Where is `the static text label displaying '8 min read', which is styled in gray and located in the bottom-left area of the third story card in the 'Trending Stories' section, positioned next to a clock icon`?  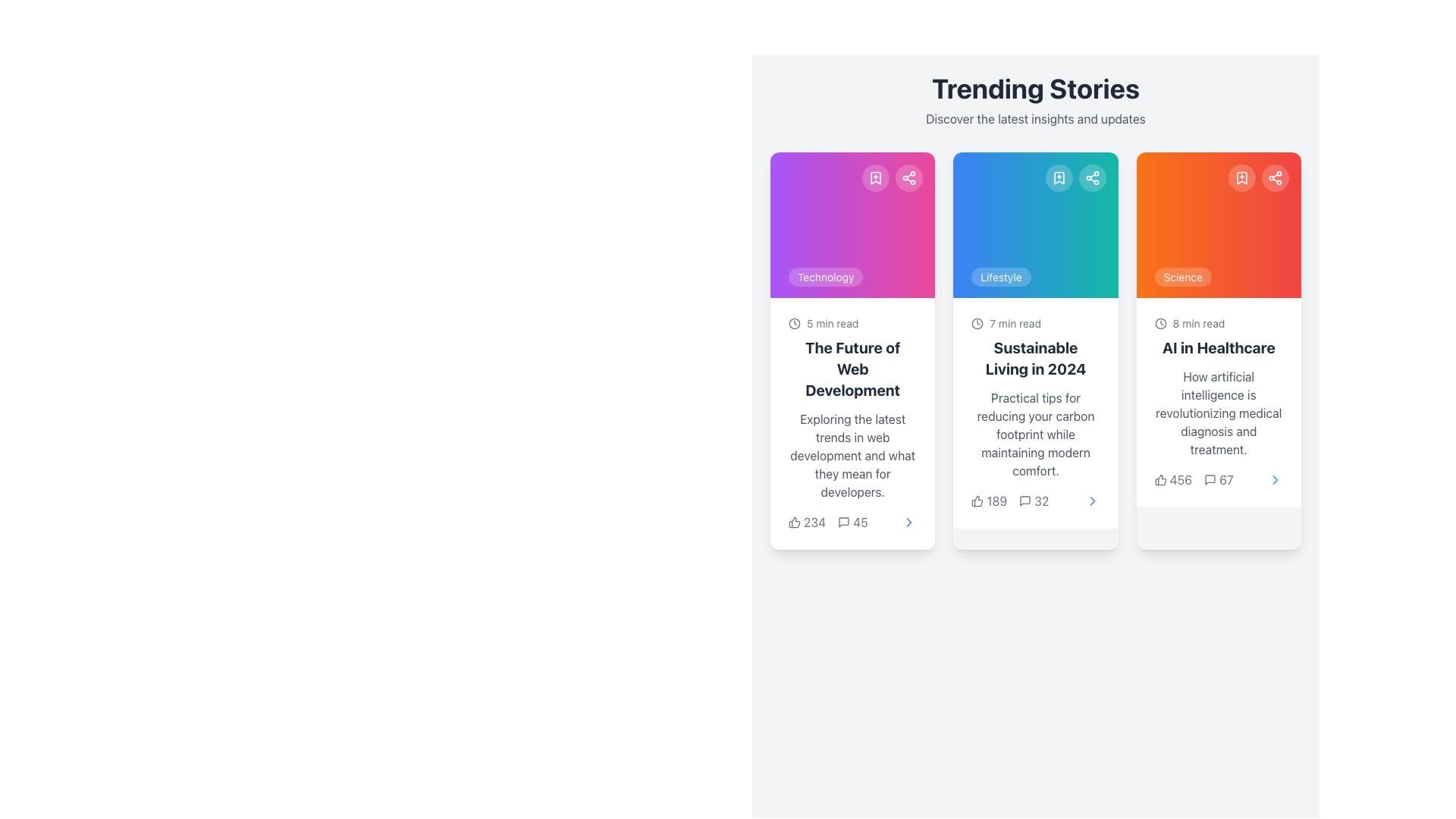
the static text label displaying '8 min read', which is styled in gray and located in the bottom-left area of the third story card in the 'Trending Stories' section, positioned next to a clock icon is located at coordinates (1197, 323).